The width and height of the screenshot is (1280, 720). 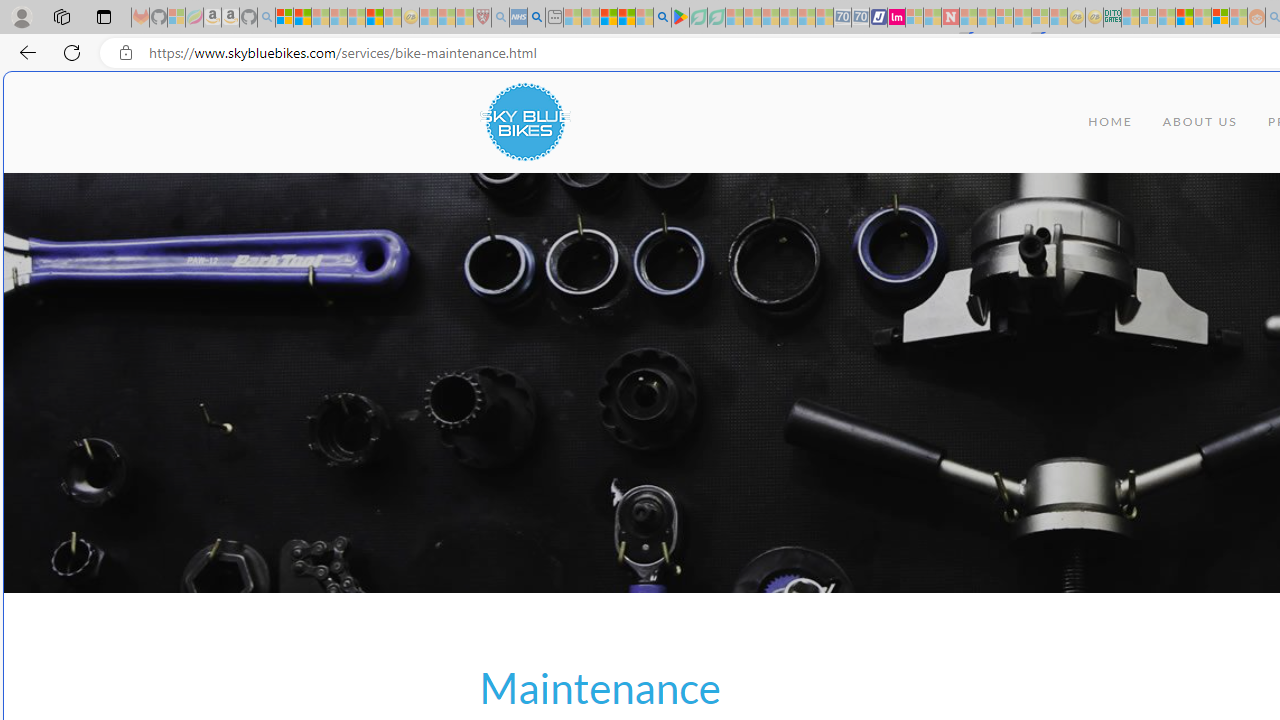 I want to click on 'Pets - MSN', so click(x=625, y=17).